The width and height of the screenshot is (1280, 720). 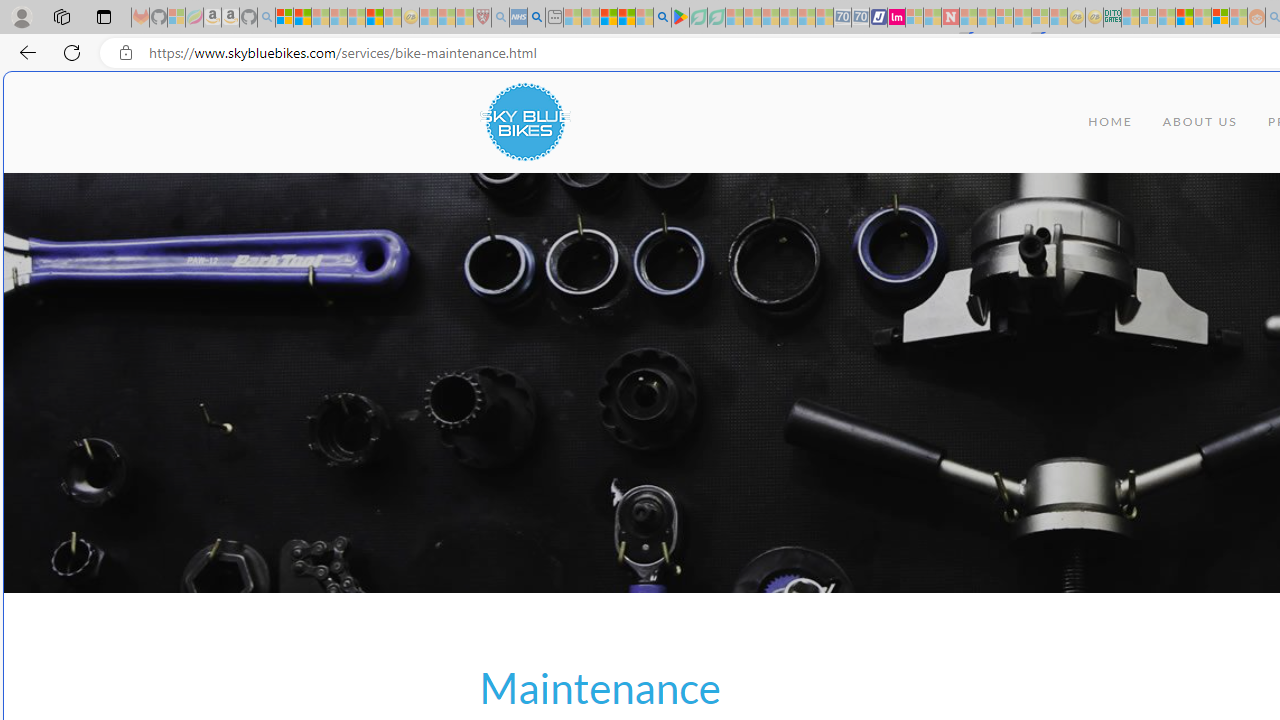 I want to click on 'Pets - MSN', so click(x=625, y=17).